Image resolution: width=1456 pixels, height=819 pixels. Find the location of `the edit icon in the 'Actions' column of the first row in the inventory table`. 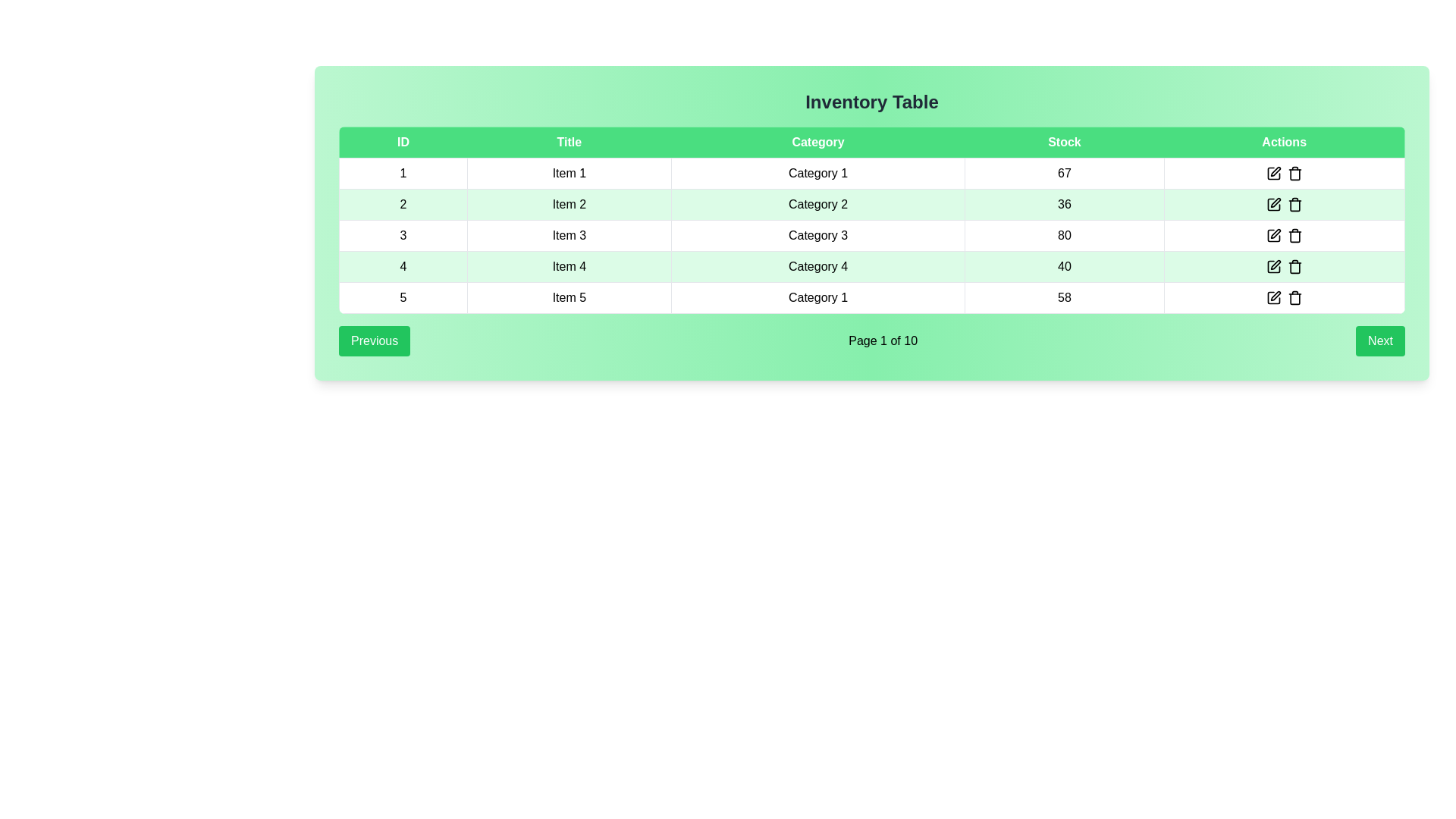

the edit icon in the 'Actions' column of the first row in the inventory table is located at coordinates (1275, 171).